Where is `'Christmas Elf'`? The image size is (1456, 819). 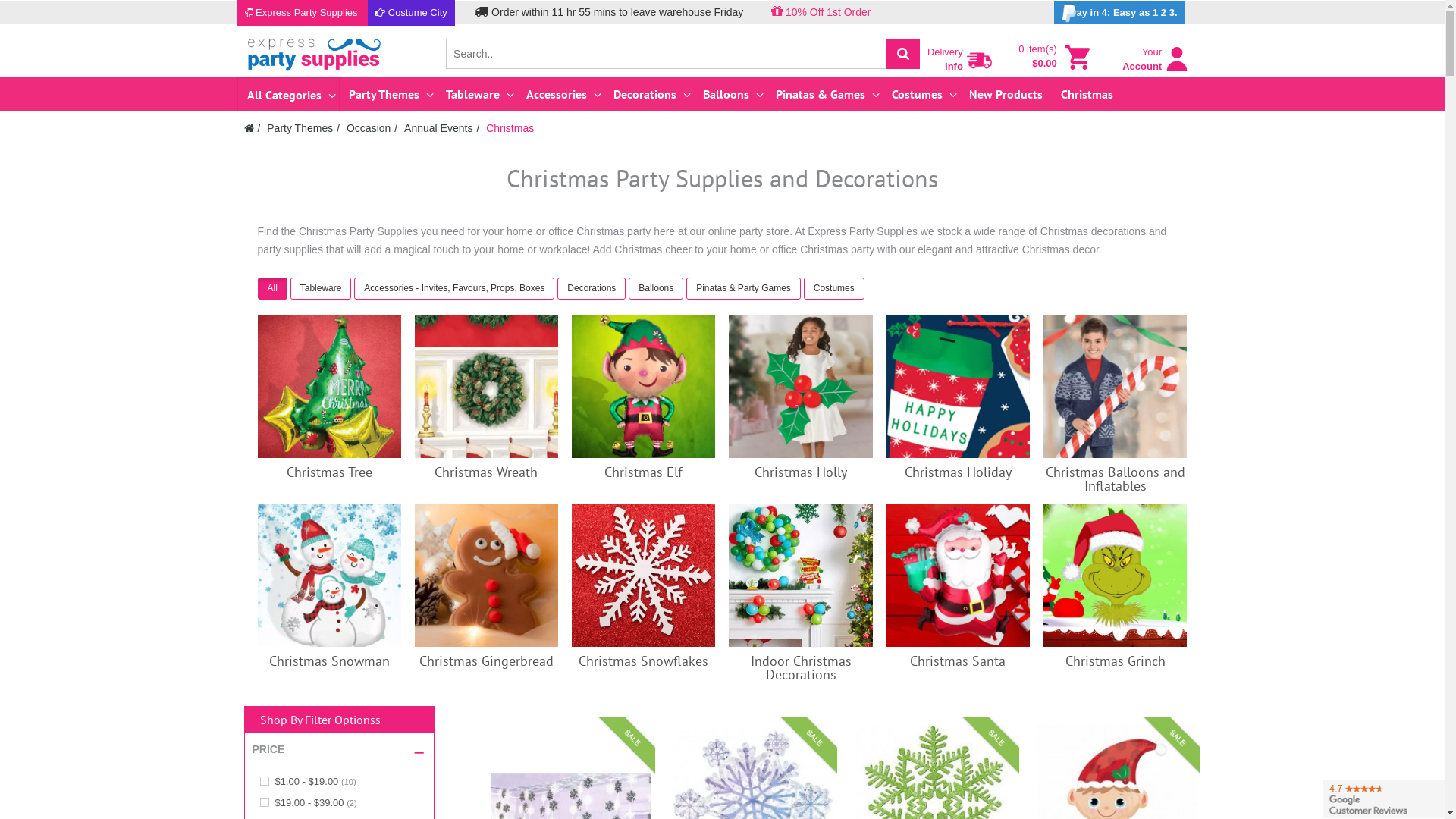 'Christmas Elf' is located at coordinates (643, 471).